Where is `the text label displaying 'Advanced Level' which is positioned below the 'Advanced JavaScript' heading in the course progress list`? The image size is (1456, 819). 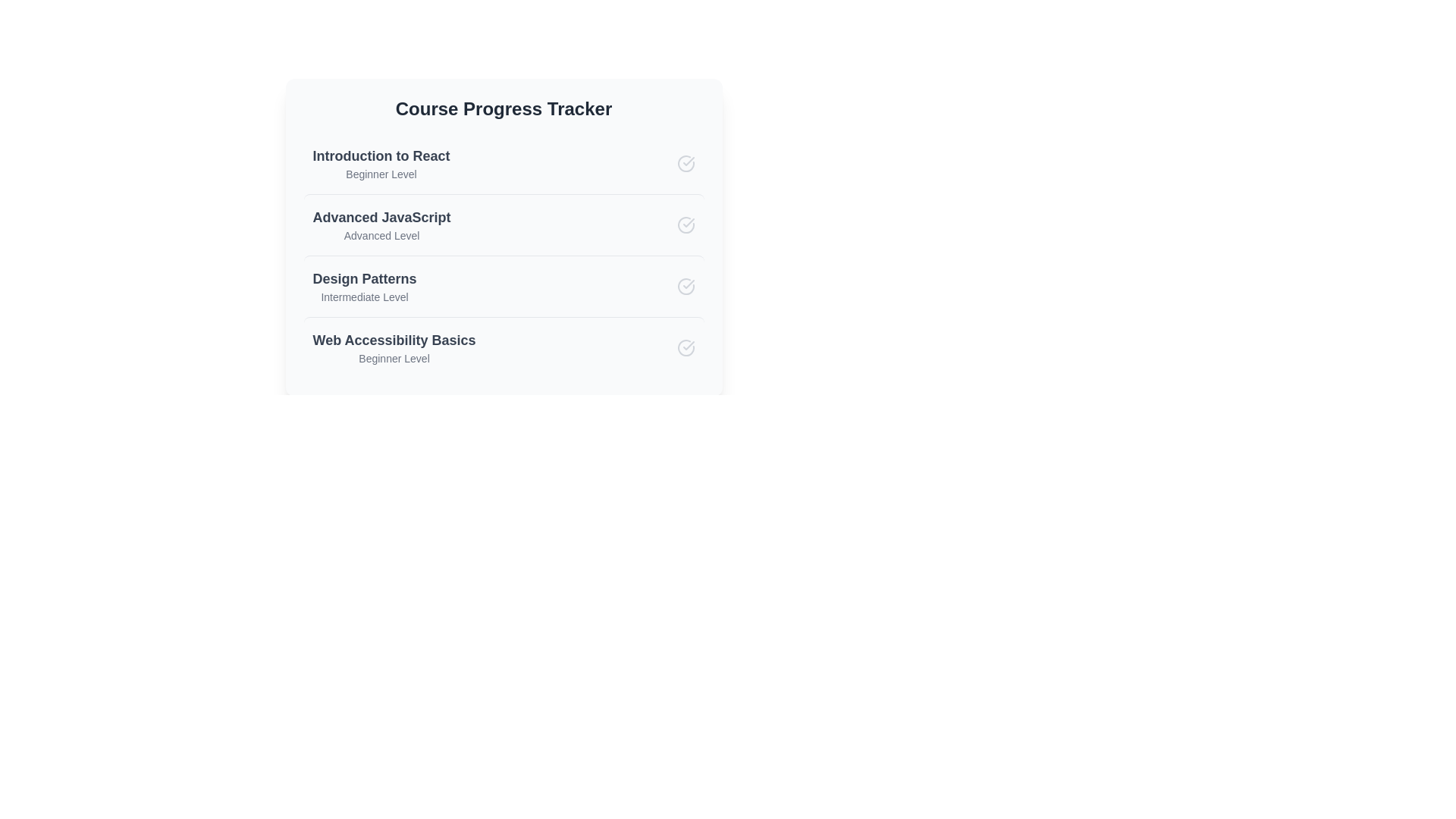 the text label displaying 'Advanced Level' which is positioned below the 'Advanced JavaScript' heading in the course progress list is located at coordinates (381, 236).